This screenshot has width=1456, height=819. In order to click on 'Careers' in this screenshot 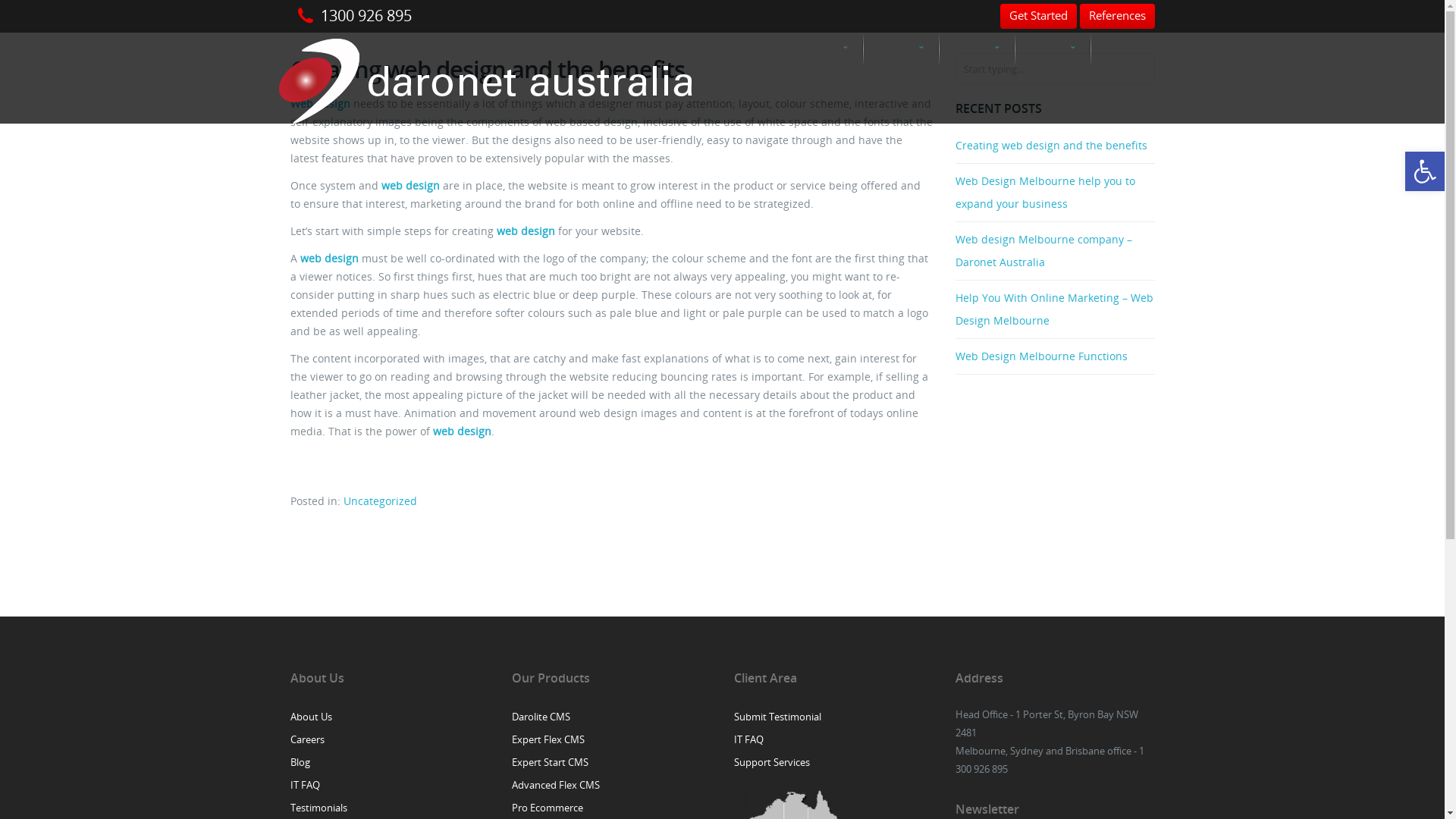, I will do `click(306, 739)`.